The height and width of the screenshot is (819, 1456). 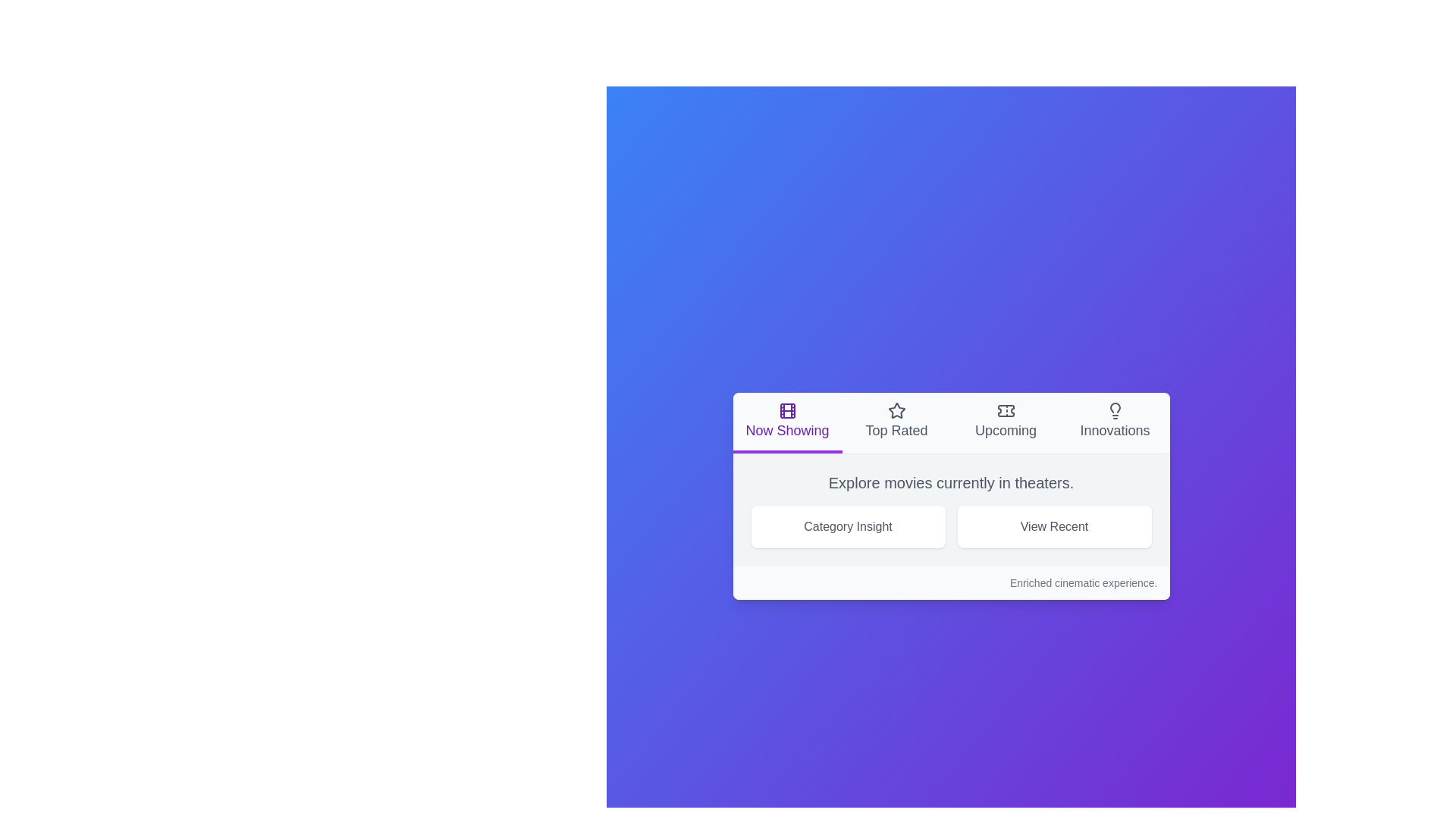 I want to click on the 'Now Showing' movies section text label located in the upper-left portion of the navigation bar, so click(x=787, y=430).